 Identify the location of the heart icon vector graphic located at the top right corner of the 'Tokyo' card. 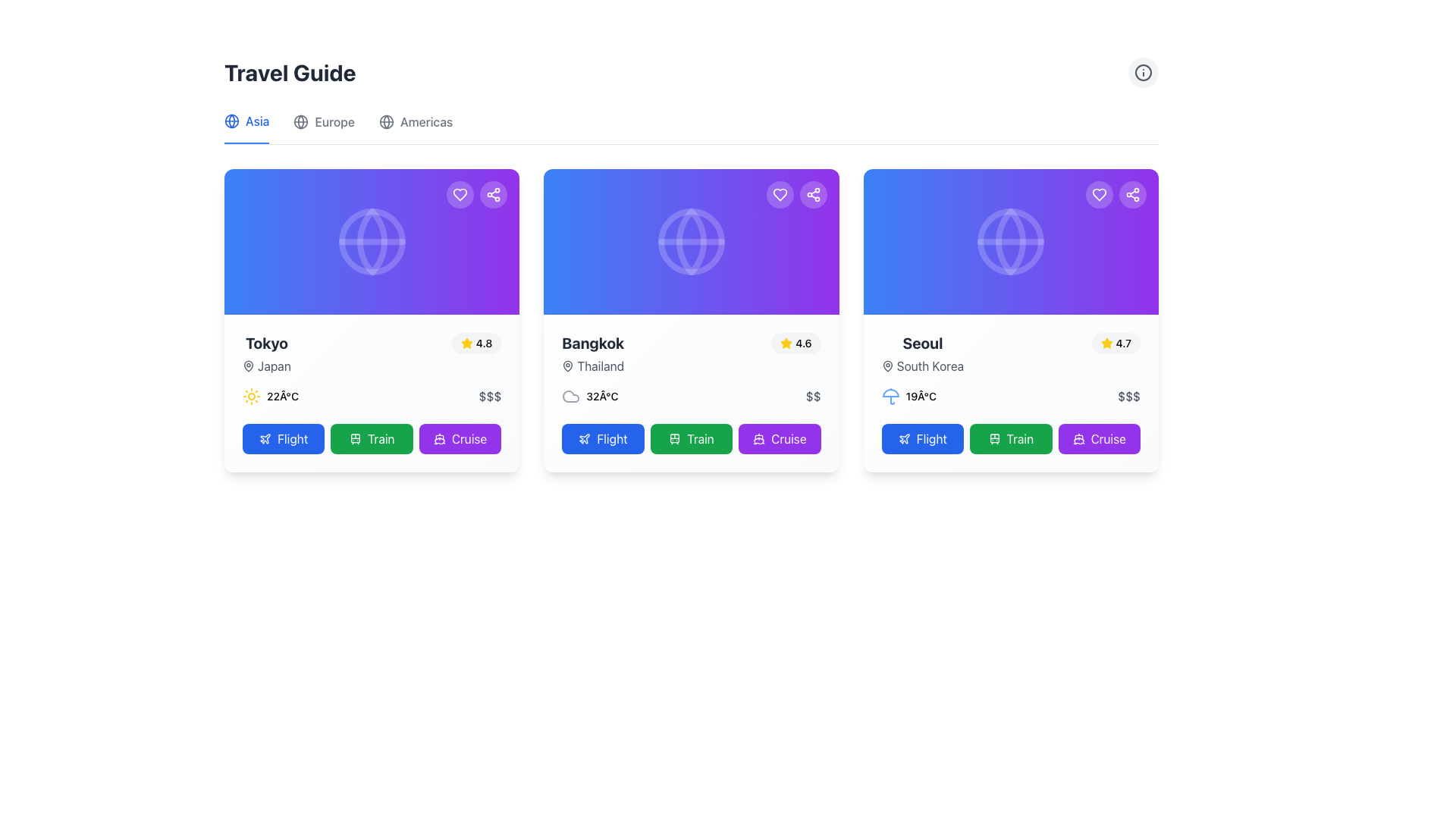
(460, 194).